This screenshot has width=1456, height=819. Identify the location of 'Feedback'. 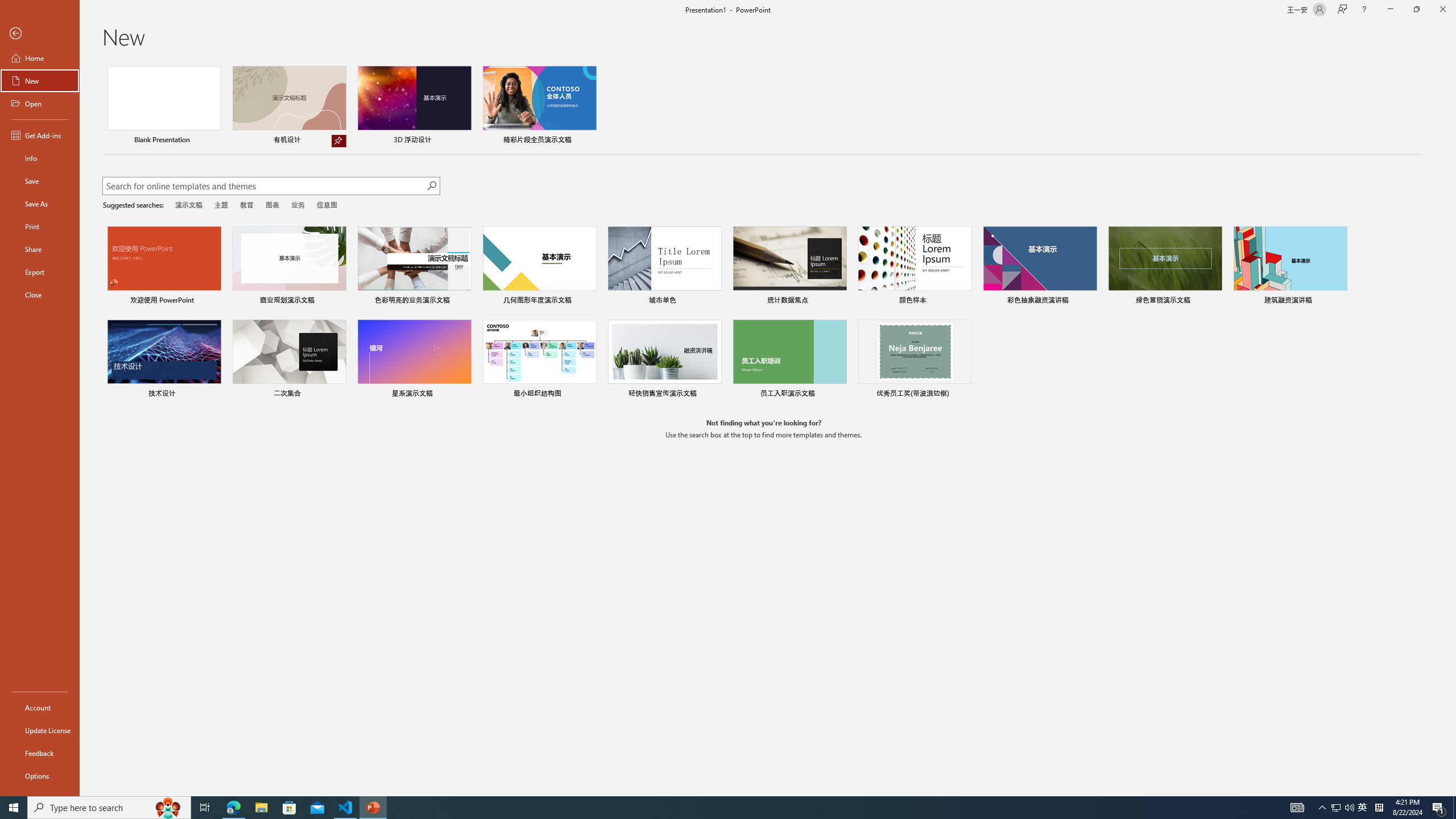
(39, 753).